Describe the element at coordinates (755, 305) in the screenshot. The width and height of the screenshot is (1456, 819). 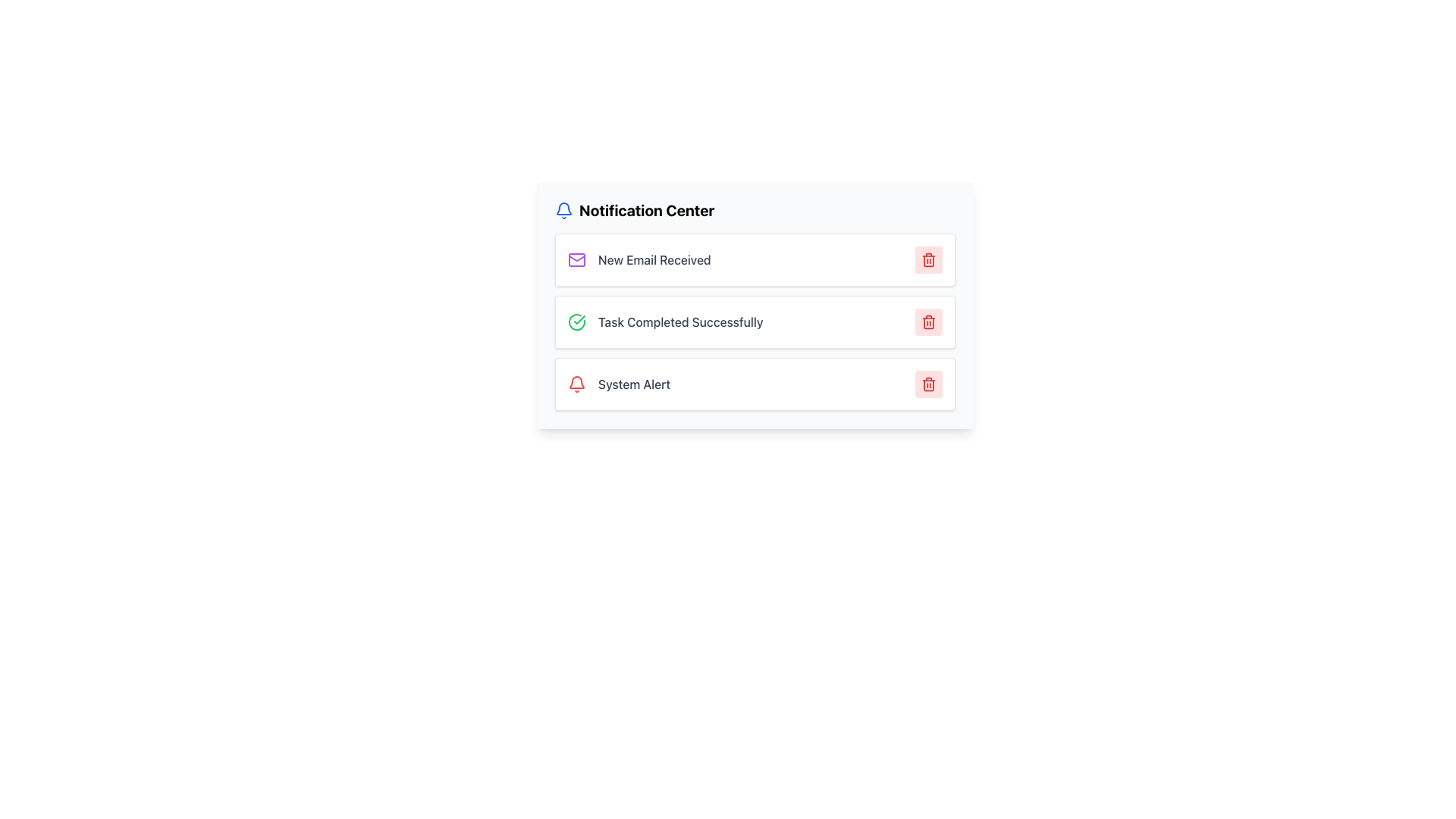
I see `the second notification rectangle in the Notification Center that indicates the completion of a task` at that location.